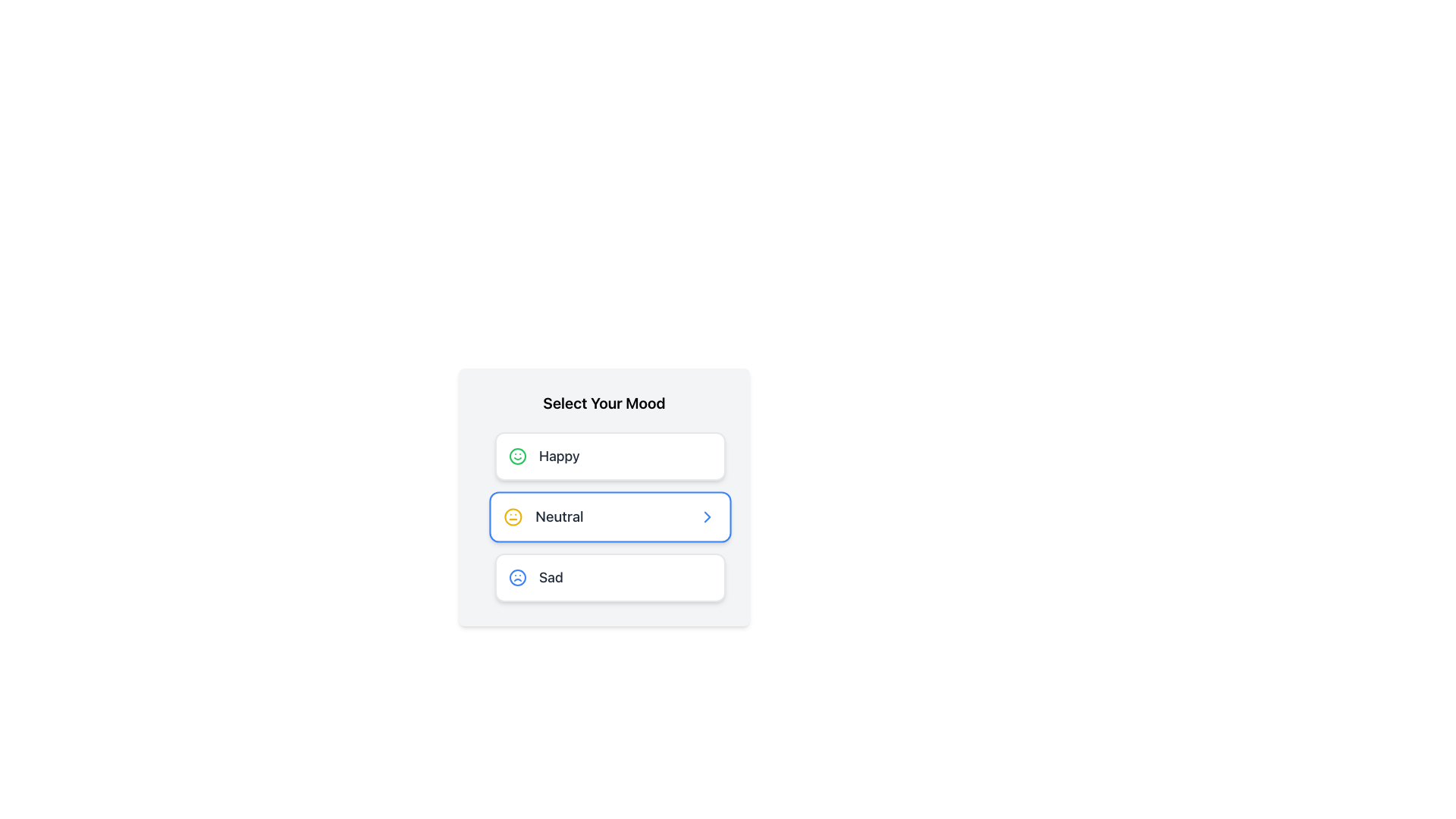 Image resolution: width=1456 pixels, height=819 pixels. What do you see at coordinates (558, 516) in the screenshot?
I see `the text label displaying 'Neutral'` at bounding box center [558, 516].